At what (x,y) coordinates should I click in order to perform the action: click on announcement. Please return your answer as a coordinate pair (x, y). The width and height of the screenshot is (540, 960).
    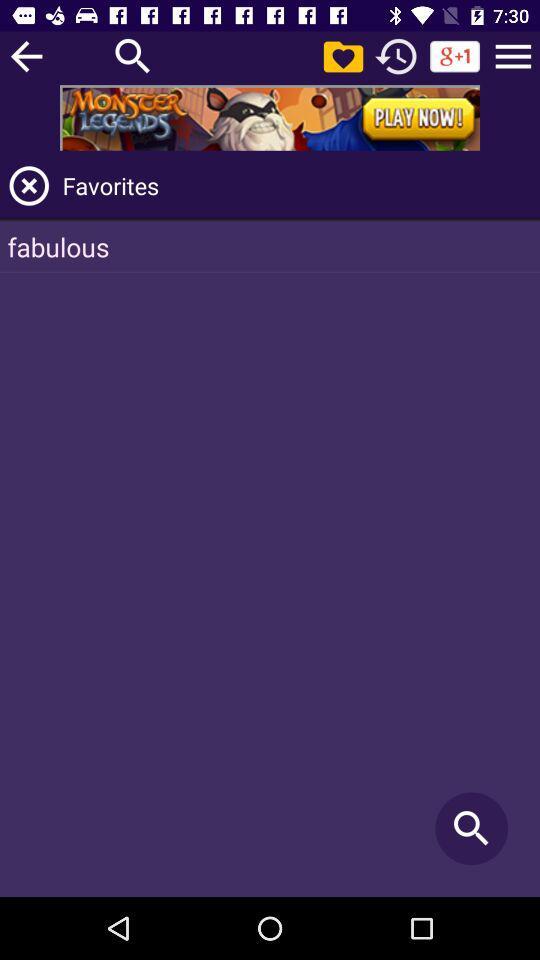
    Looking at the image, I should click on (270, 117).